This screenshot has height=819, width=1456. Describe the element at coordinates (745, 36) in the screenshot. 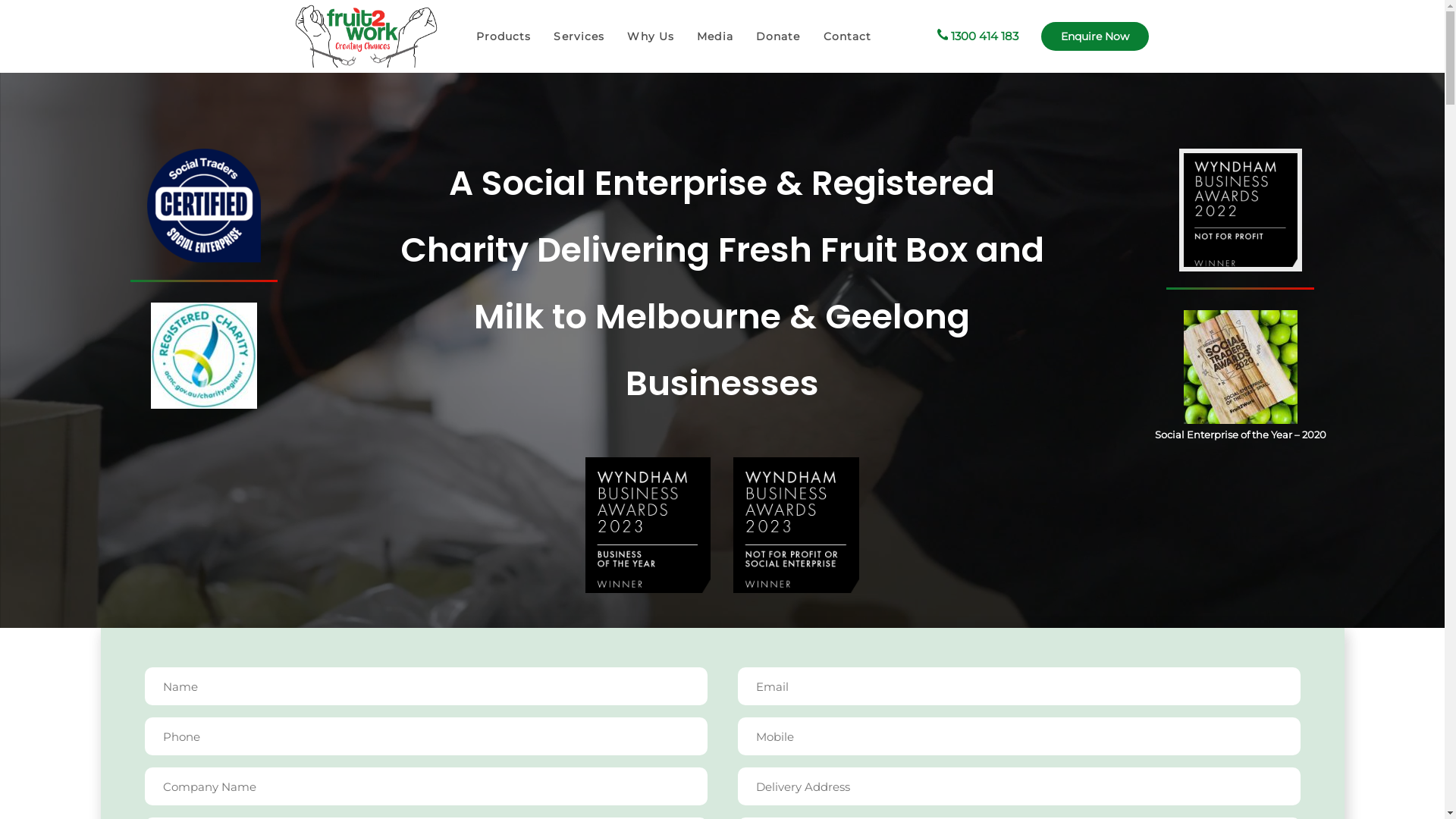

I see `'Donate'` at that location.